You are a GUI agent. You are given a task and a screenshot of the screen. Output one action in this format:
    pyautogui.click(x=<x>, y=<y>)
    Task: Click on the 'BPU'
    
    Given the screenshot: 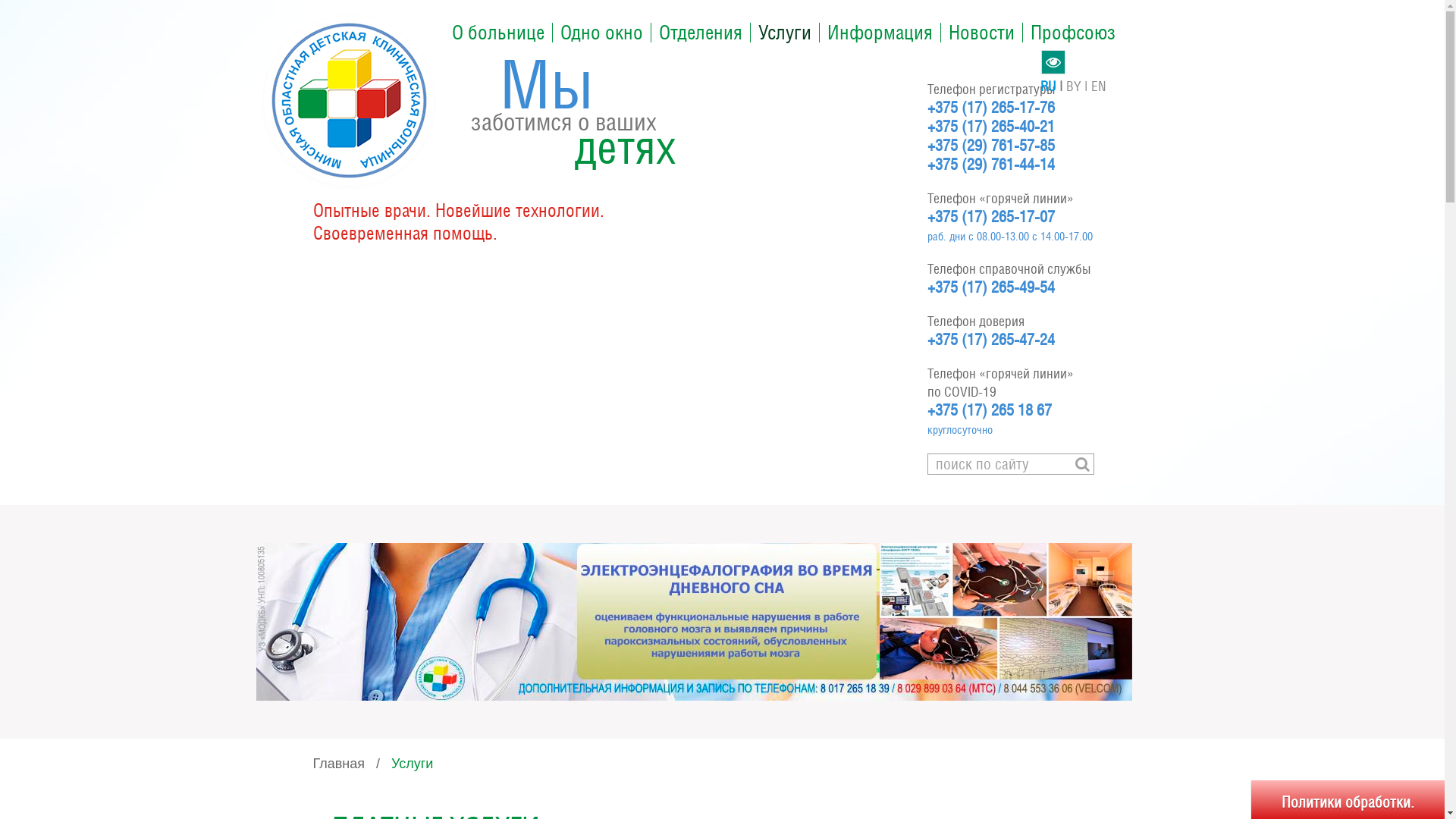 What is the action you would take?
    pyautogui.click(x=693, y=620)
    